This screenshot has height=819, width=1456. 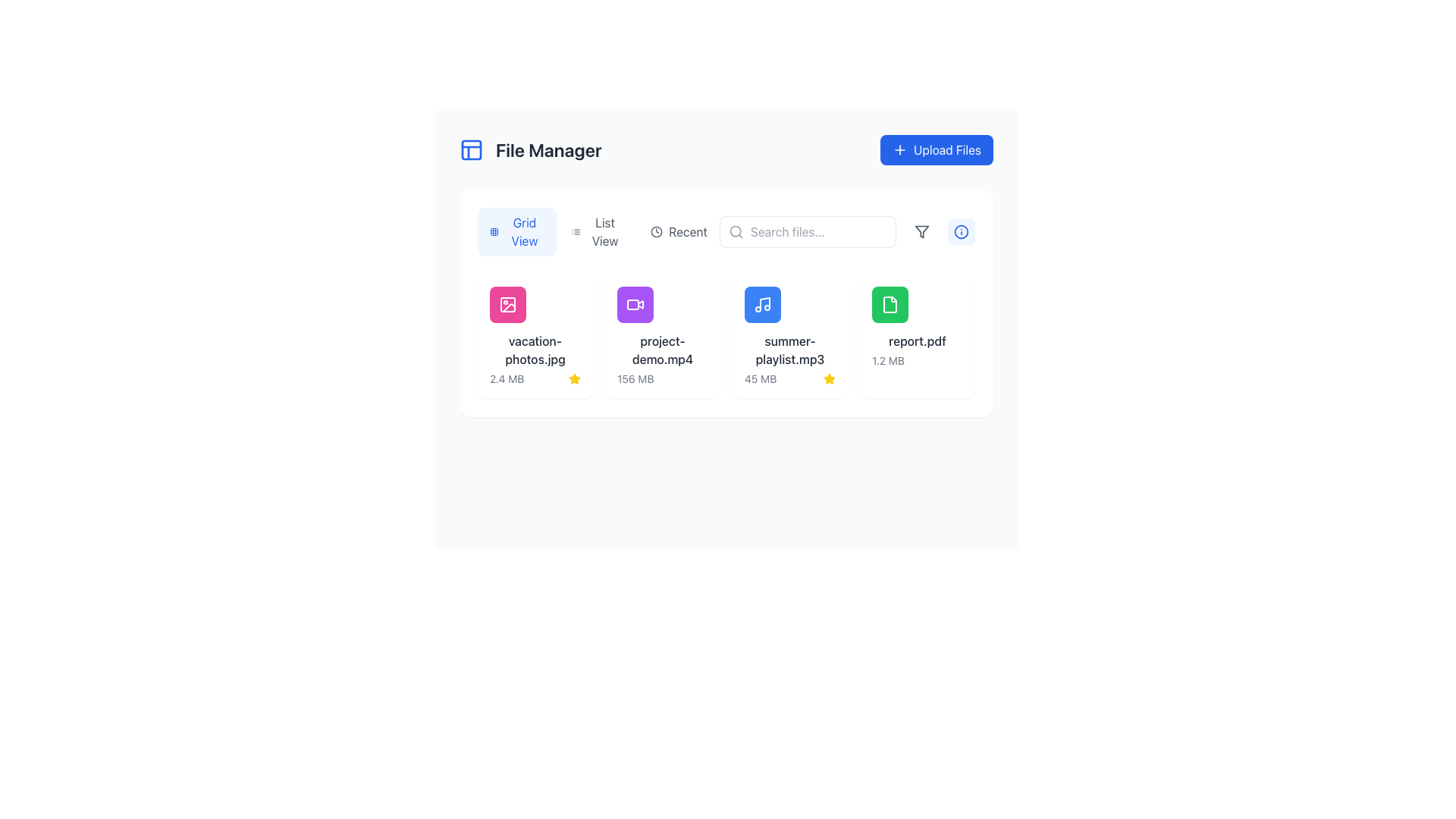 I want to click on the text label inside the blue upload button located at the top-right corner of the interface, so click(x=946, y=149).